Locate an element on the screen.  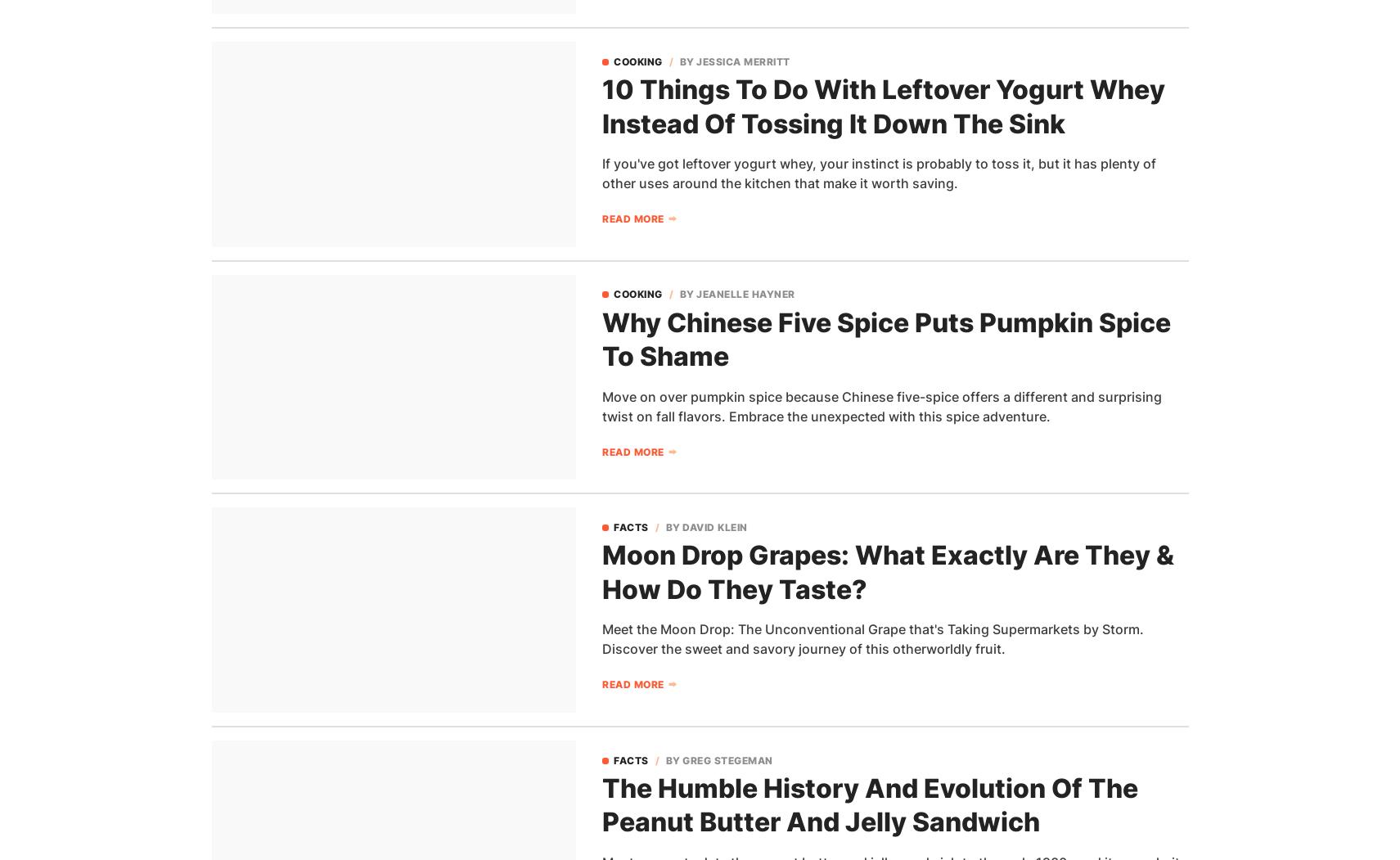
'Jeanelle Hayner' is located at coordinates (745, 294).